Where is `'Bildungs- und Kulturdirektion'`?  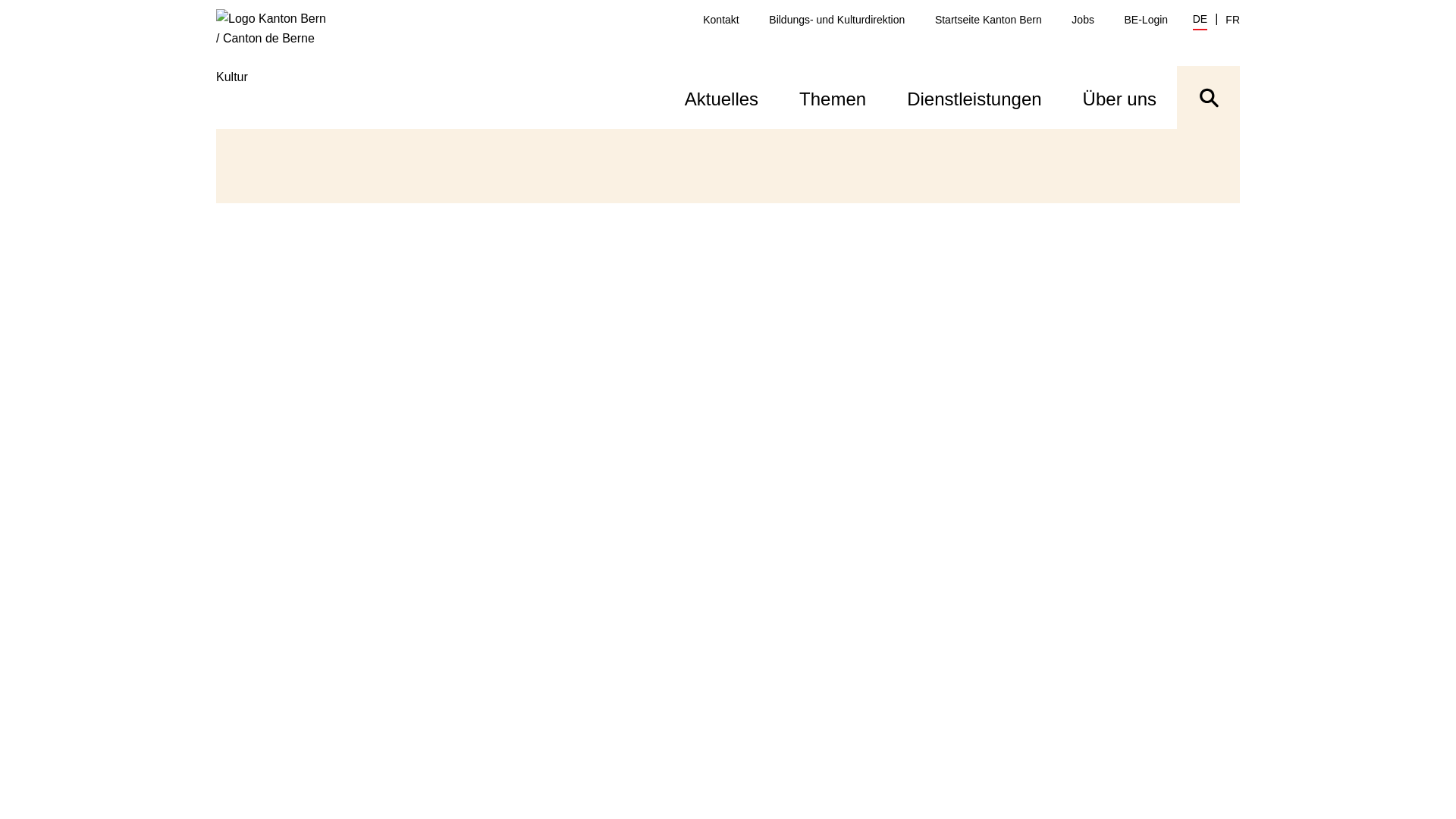 'Bildungs- und Kulturdirektion' is located at coordinates (836, 20).